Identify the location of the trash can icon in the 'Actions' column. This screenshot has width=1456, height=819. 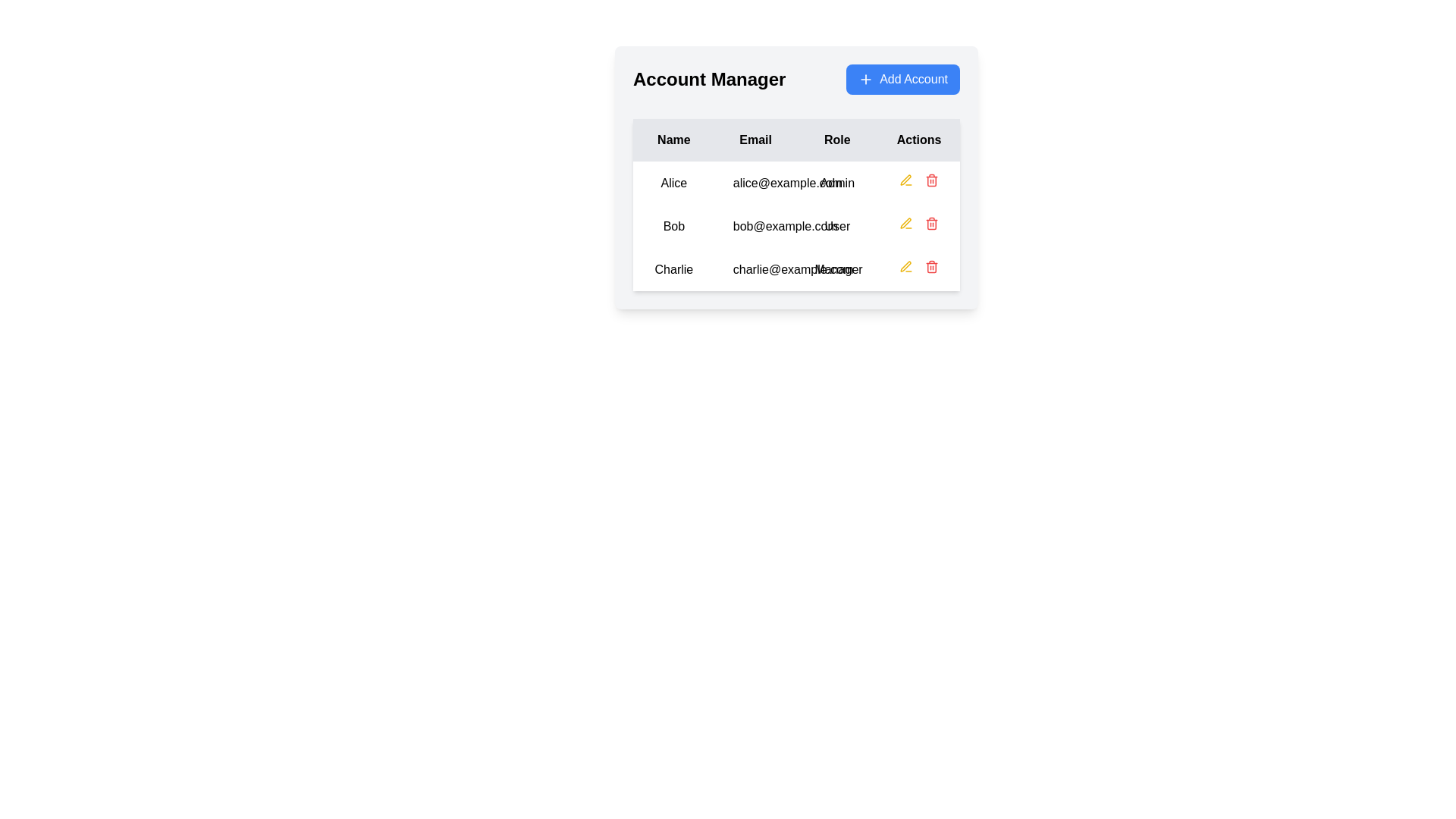
(930, 223).